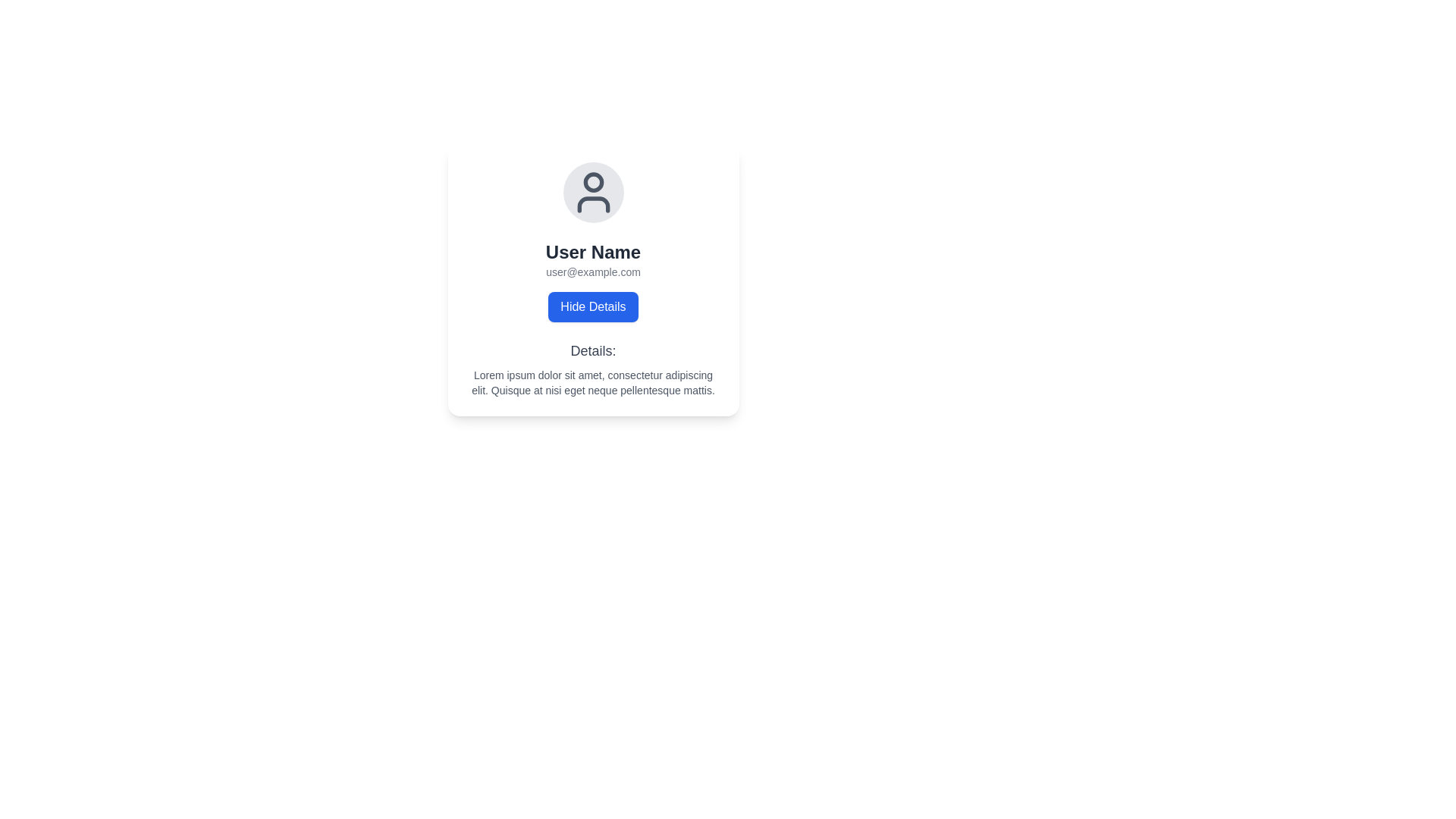 This screenshot has height=819, width=1456. What do you see at coordinates (592, 350) in the screenshot?
I see `the 'Details:' text label, which serves as a header for the section below, indicating the beginning of relevant information` at bounding box center [592, 350].